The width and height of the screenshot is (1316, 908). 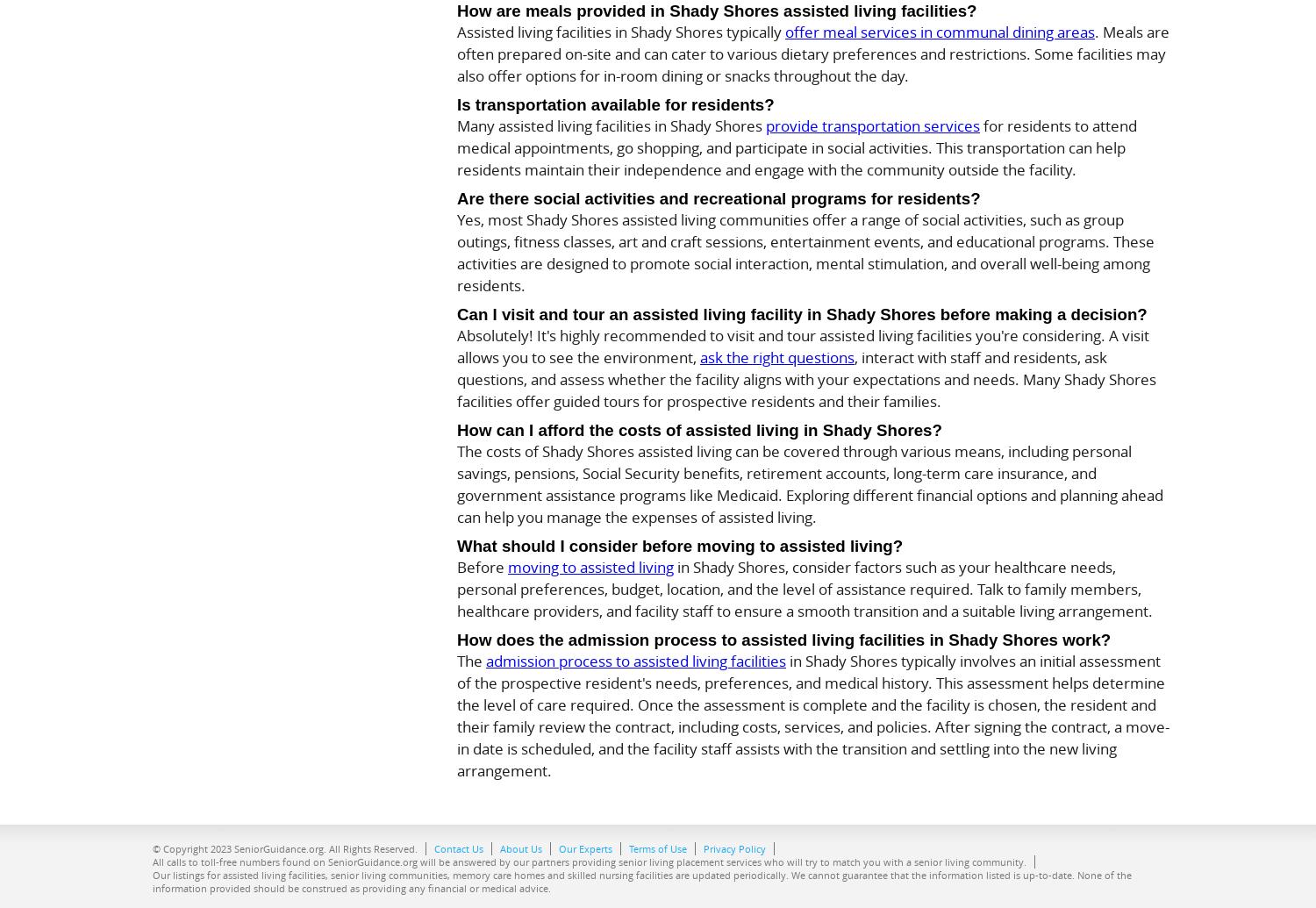 What do you see at coordinates (485, 660) in the screenshot?
I see `'admission process to assisted living facilities'` at bounding box center [485, 660].